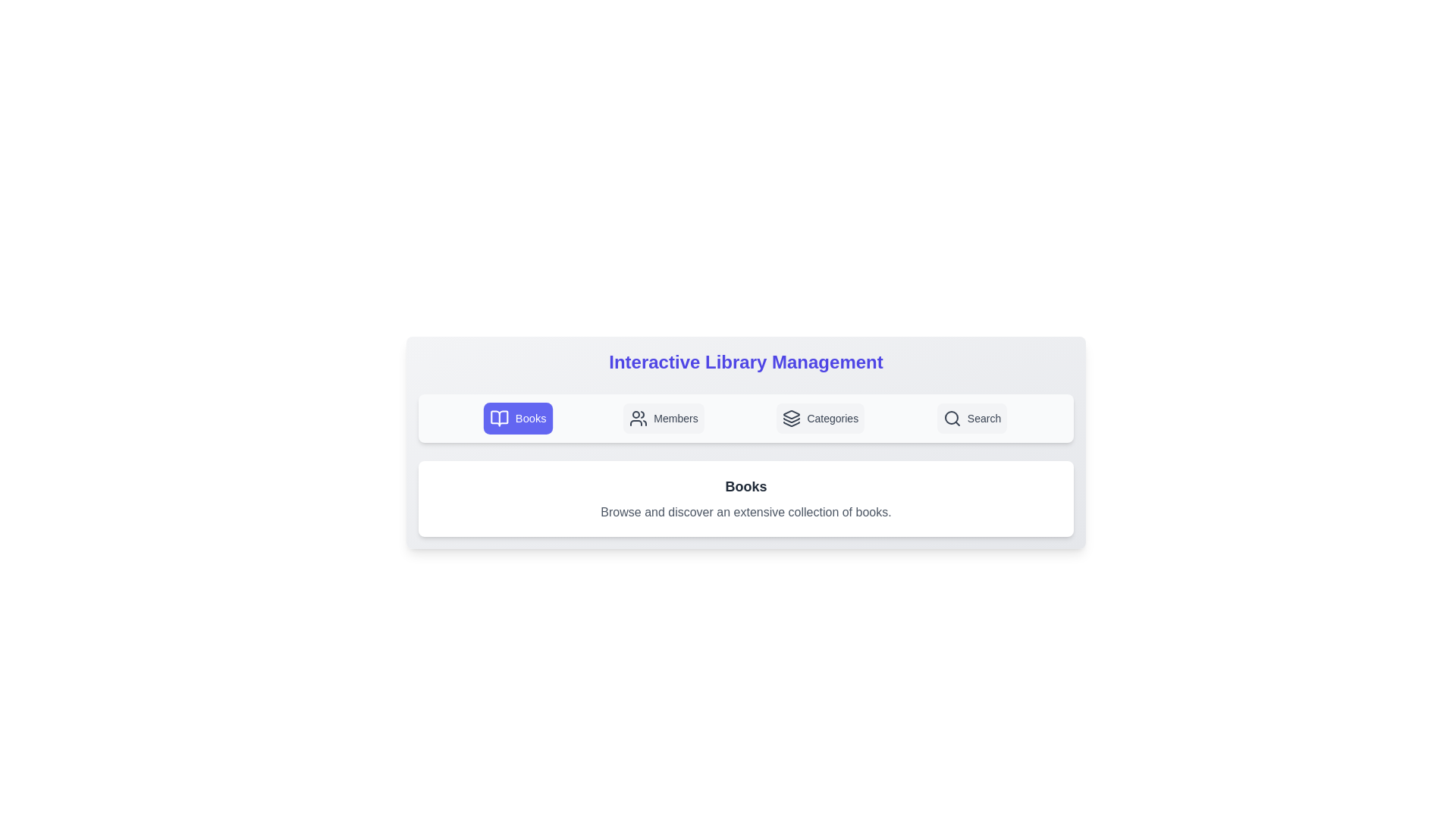 This screenshot has height=819, width=1456. What do you see at coordinates (791, 418) in the screenshot?
I see `the dark gray line art icon representing the 'Categories' section in the navigation bar` at bounding box center [791, 418].